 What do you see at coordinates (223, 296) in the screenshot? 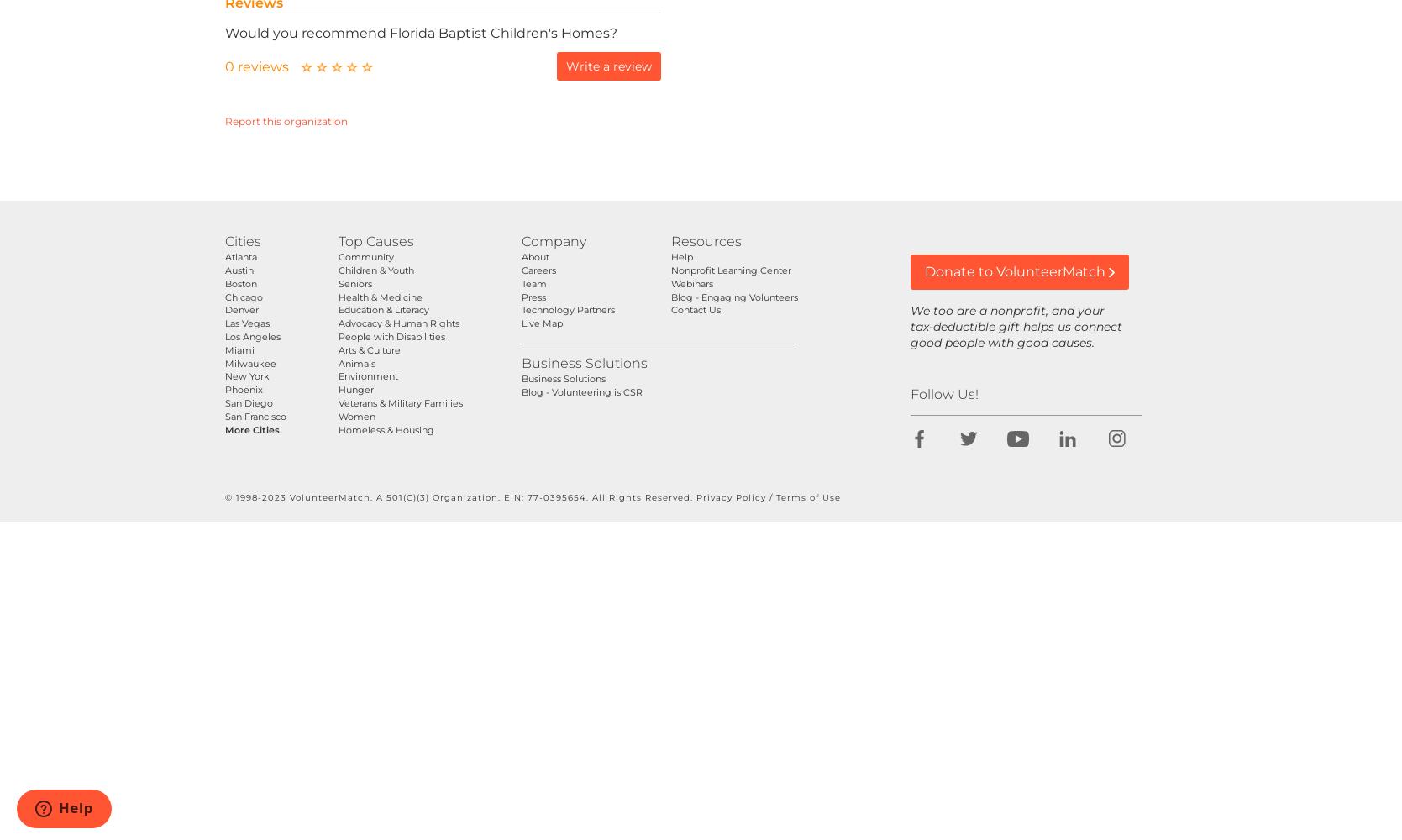
I see `'Chicago'` at bounding box center [223, 296].